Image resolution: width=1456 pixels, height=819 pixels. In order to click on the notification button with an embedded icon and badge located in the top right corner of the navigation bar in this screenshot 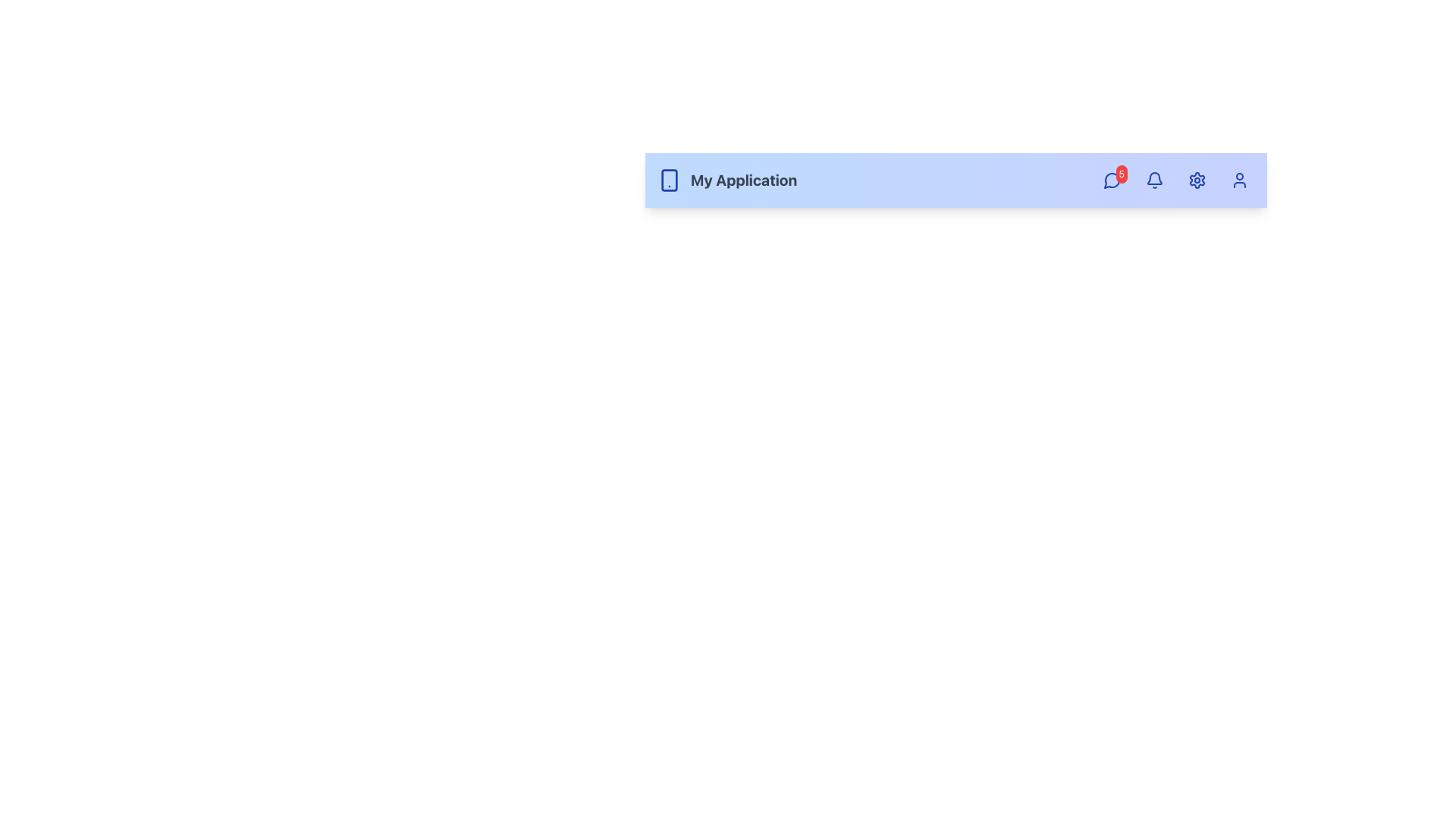, I will do `click(1112, 180)`.